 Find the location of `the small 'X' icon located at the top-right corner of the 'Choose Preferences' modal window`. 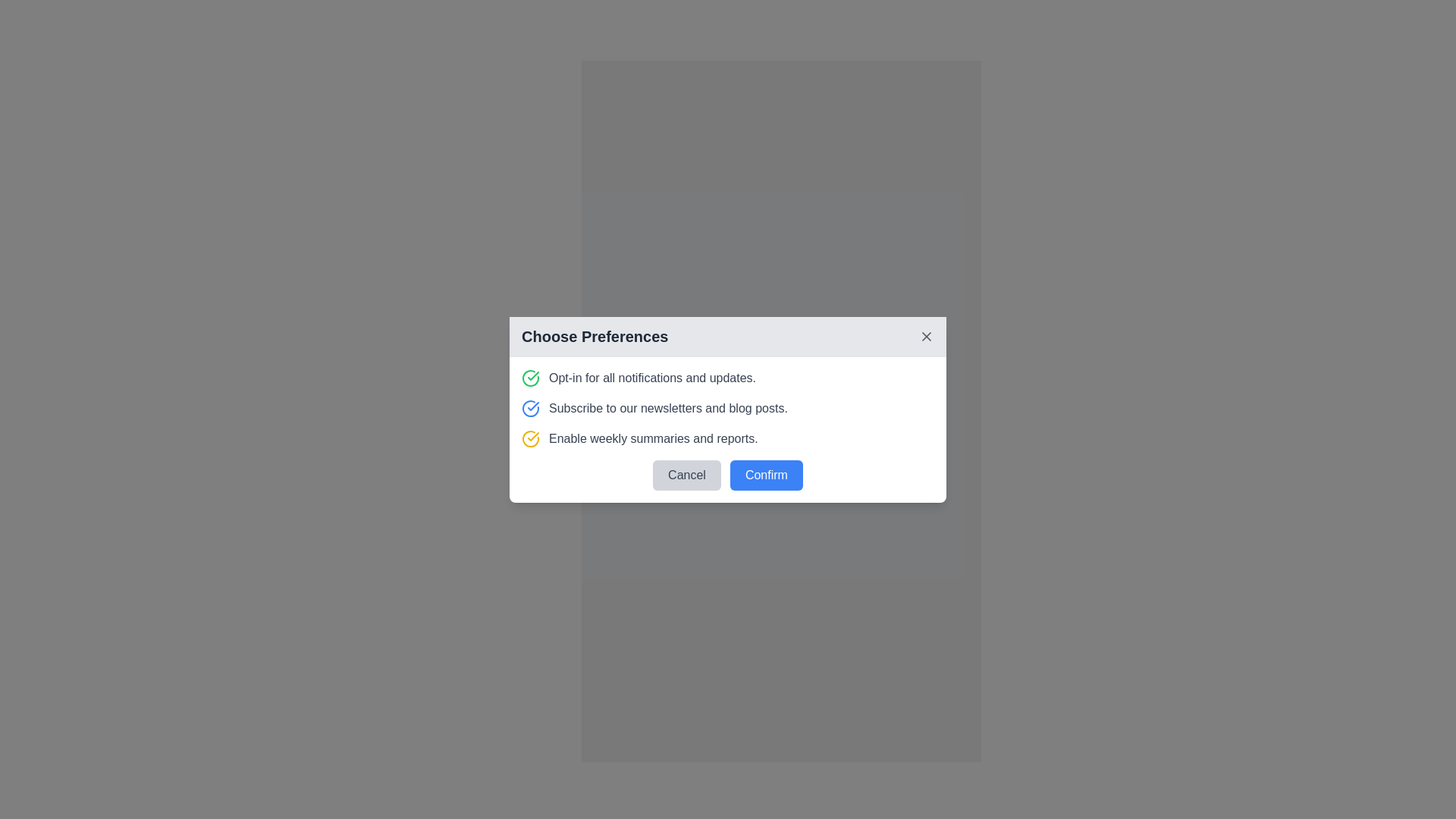

the small 'X' icon located at the top-right corner of the 'Choose Preferences' modal window is located at coordinates (926, 335).